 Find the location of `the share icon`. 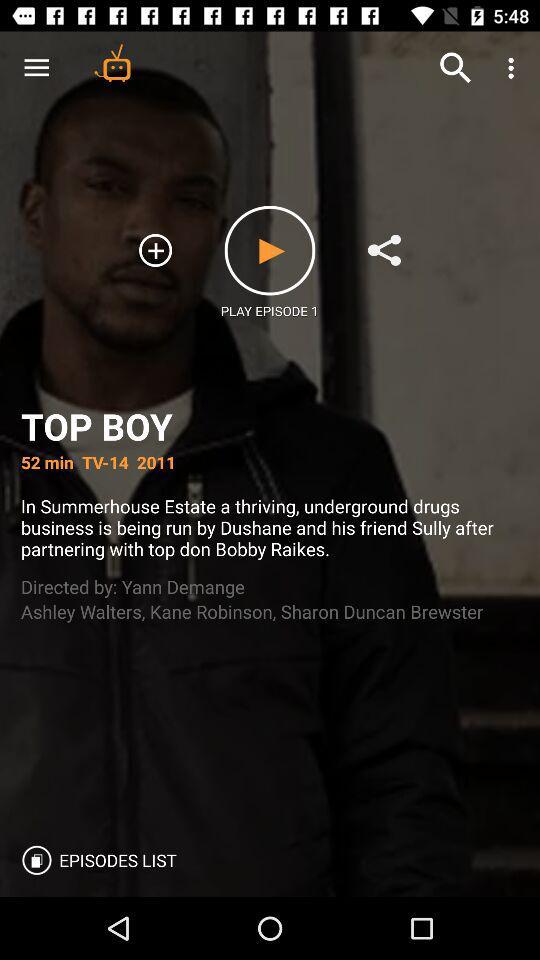

the share icon is located at coordinates (384, 249).